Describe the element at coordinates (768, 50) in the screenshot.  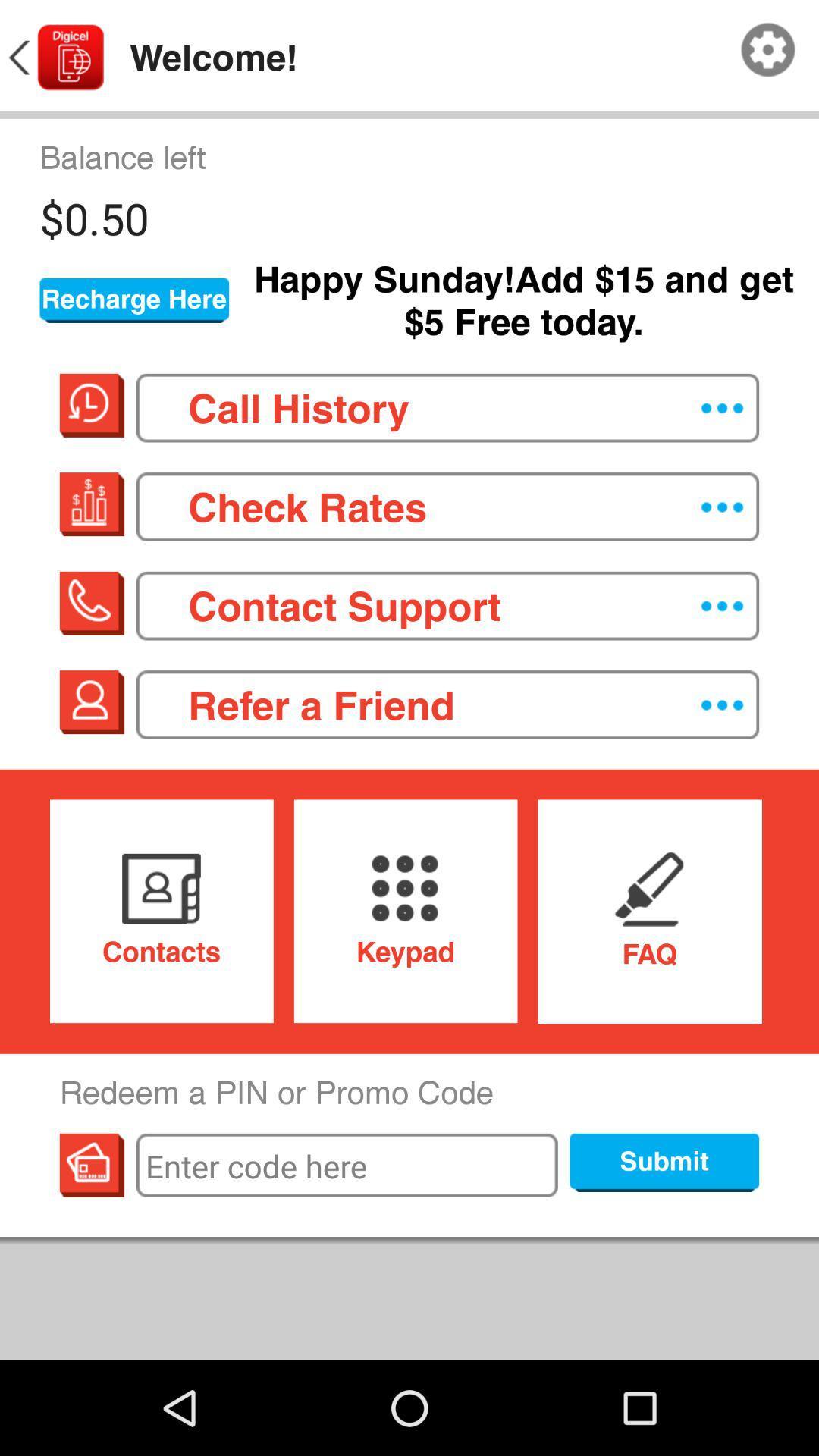
I see `item next to welcome! item` at that location.